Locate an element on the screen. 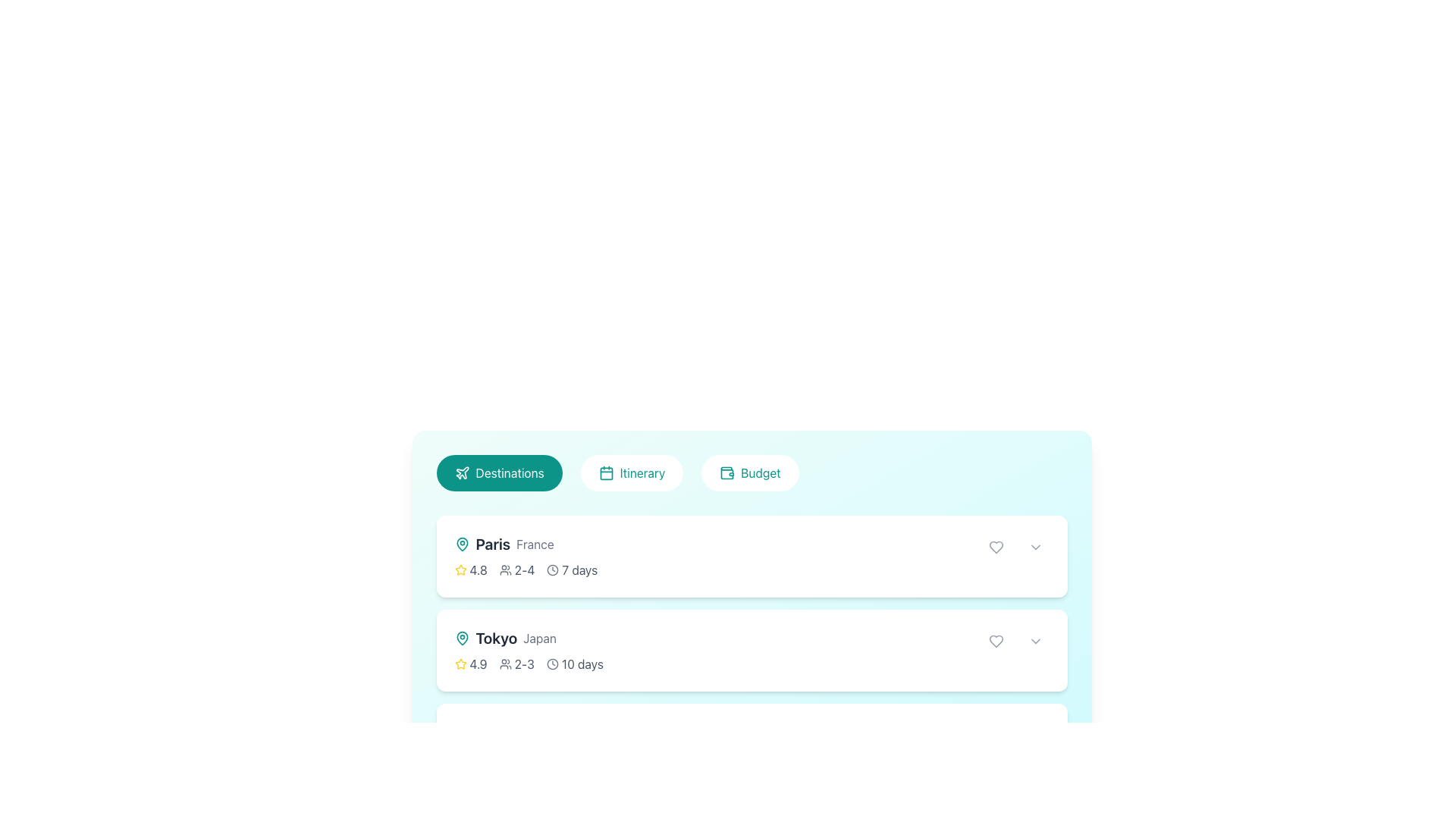 This screenshot has width=1456, height=819. the text display element showing '4.8' in gray font, which is located to the right of the yellow star icon in the rating feature of the 'Paris France' card is located at coordinates (478, 570).